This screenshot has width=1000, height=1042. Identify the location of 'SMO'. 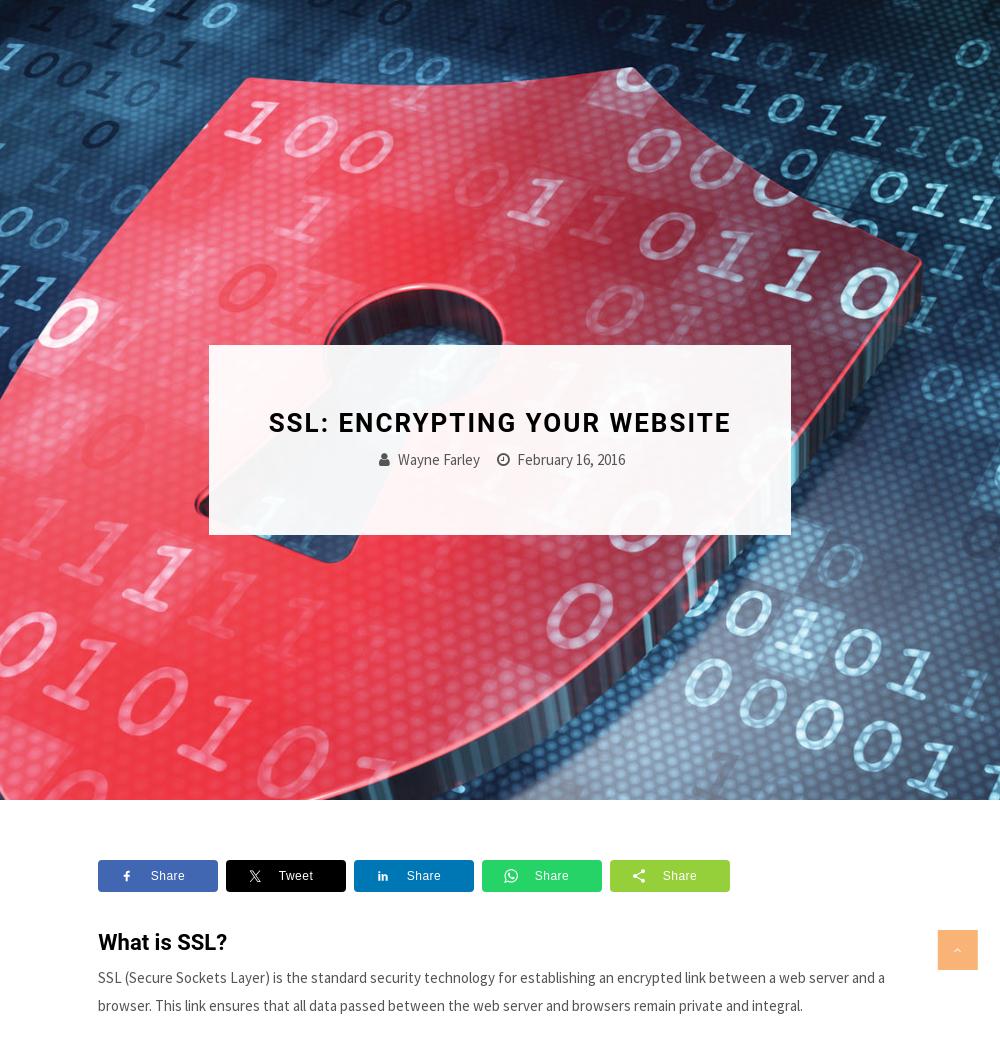
(680, 844).